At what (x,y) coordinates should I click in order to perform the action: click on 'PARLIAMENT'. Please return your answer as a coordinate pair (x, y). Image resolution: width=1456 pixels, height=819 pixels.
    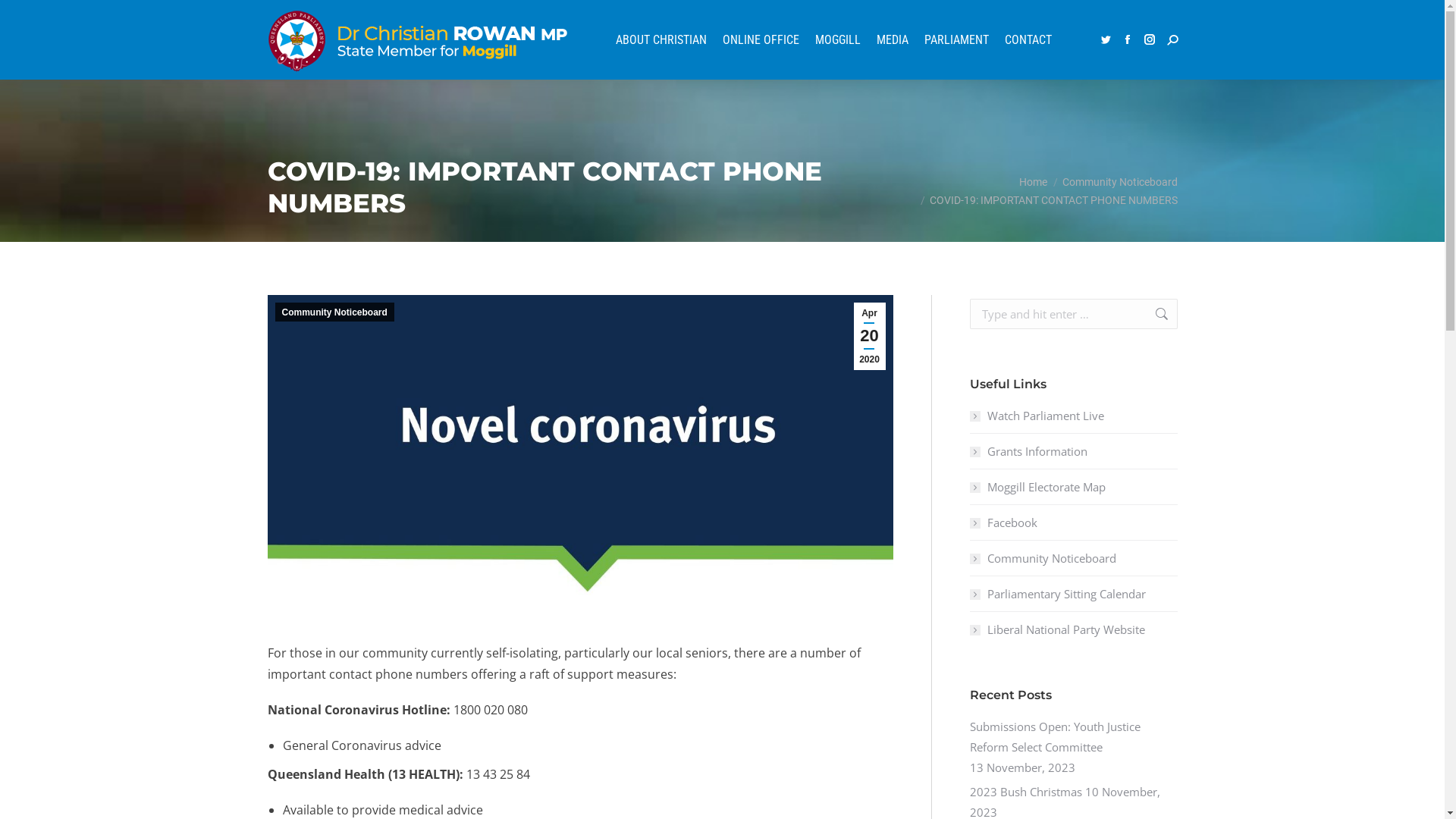
    Looking at the image, I should click on (954, 39).